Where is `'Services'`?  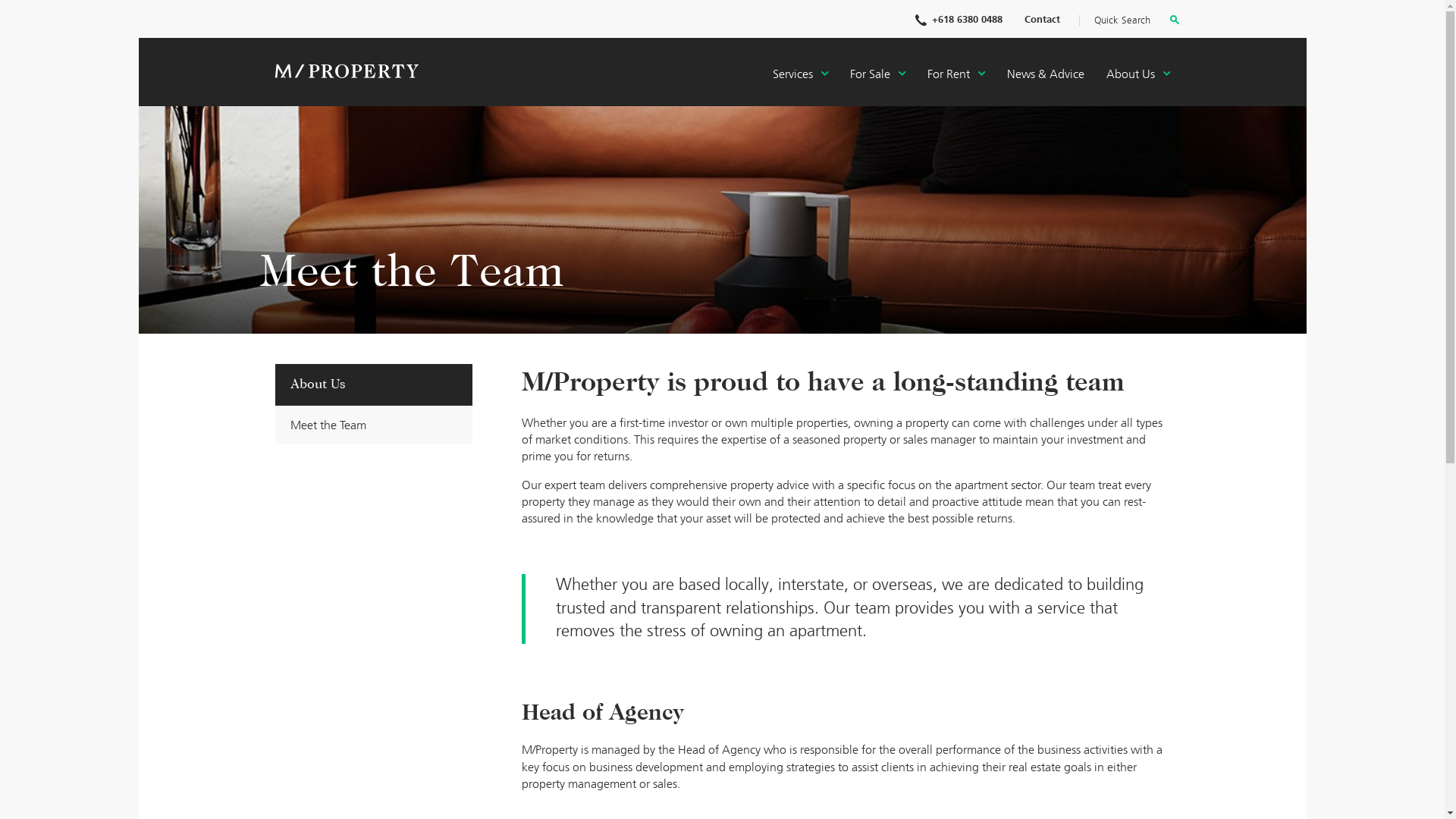
'Services' is located at coordinates (799, 75).